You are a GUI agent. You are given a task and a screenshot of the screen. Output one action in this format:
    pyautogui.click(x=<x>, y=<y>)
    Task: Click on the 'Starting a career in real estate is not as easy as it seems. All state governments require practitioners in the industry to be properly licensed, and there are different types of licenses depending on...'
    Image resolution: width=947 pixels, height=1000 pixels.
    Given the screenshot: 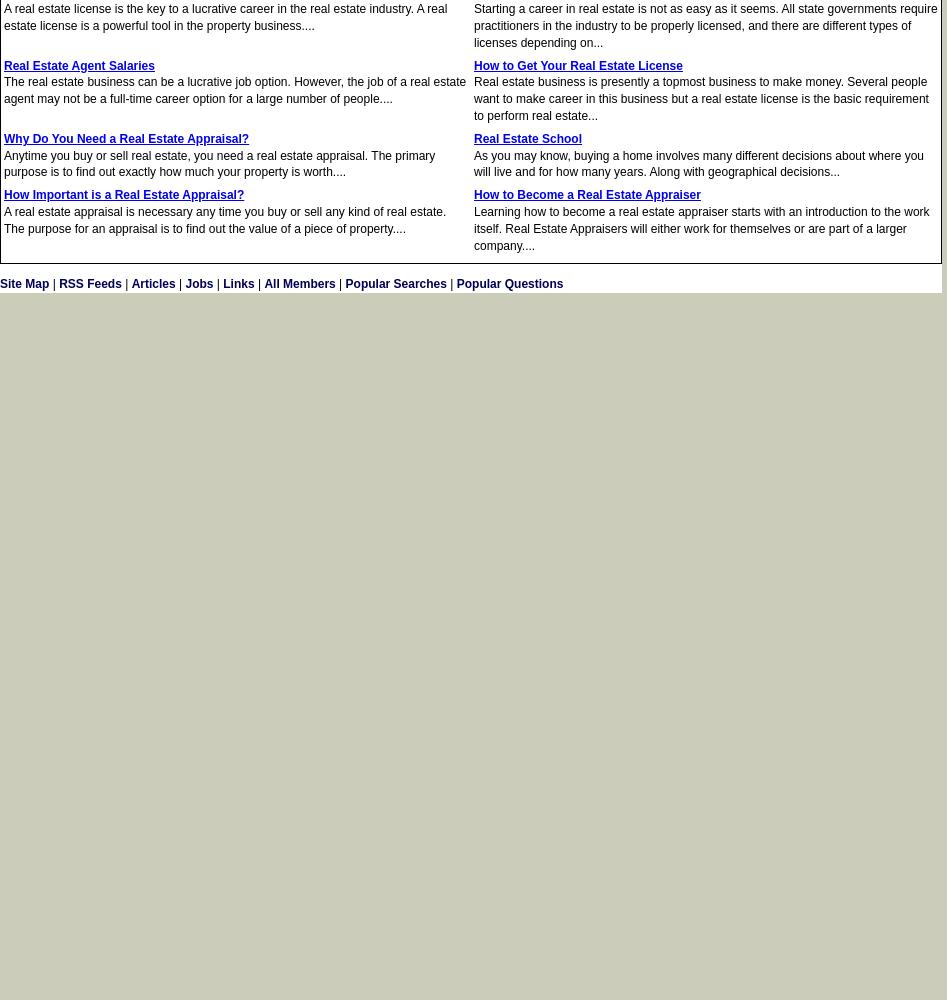 What is the action you would take?
    pyautogui.click(x=704, y=25)
    